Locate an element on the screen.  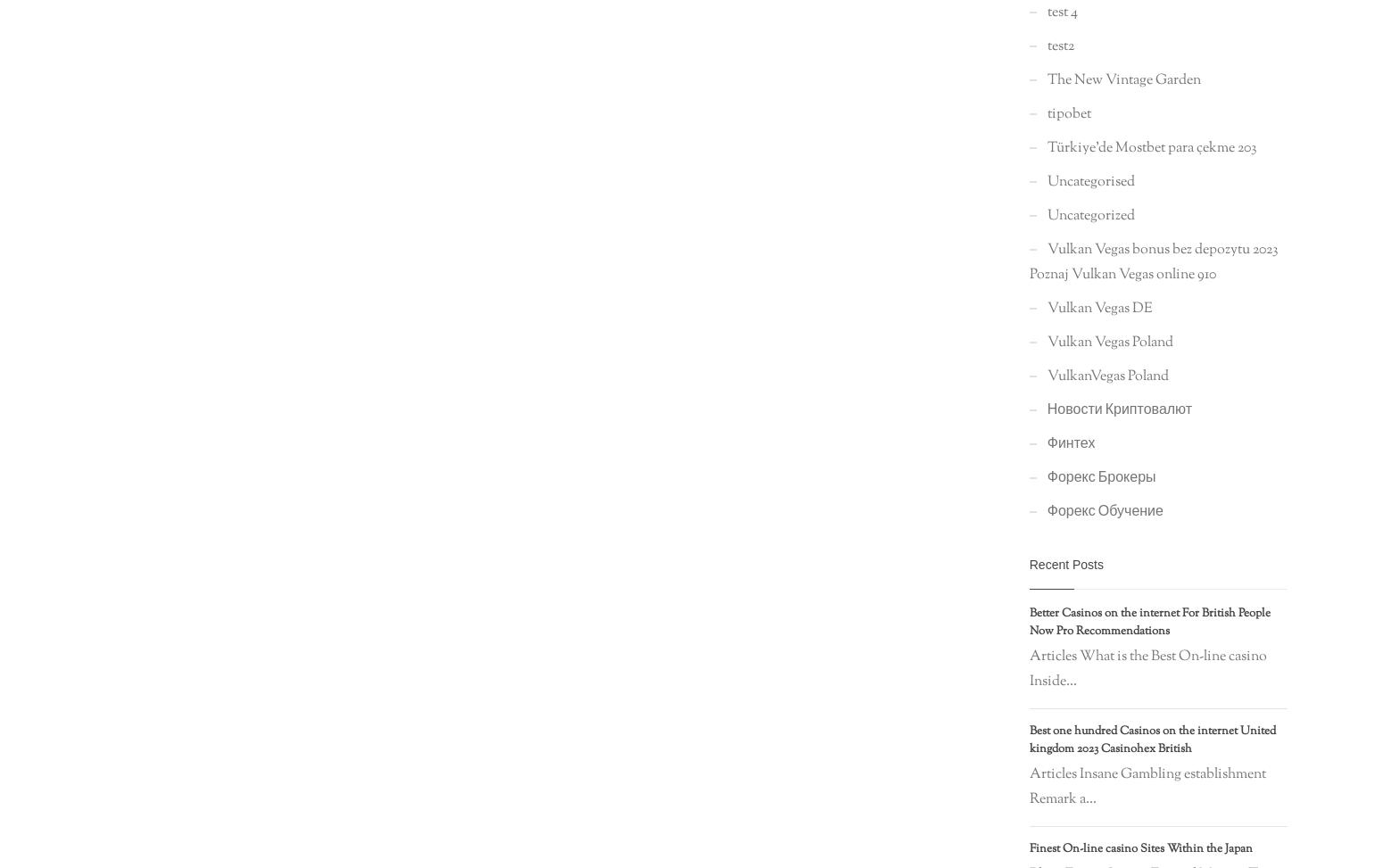
'Best one hundred Casinos on the internet United kingdom 2023 Casinohex British' is located at coordinates (1150, 739).